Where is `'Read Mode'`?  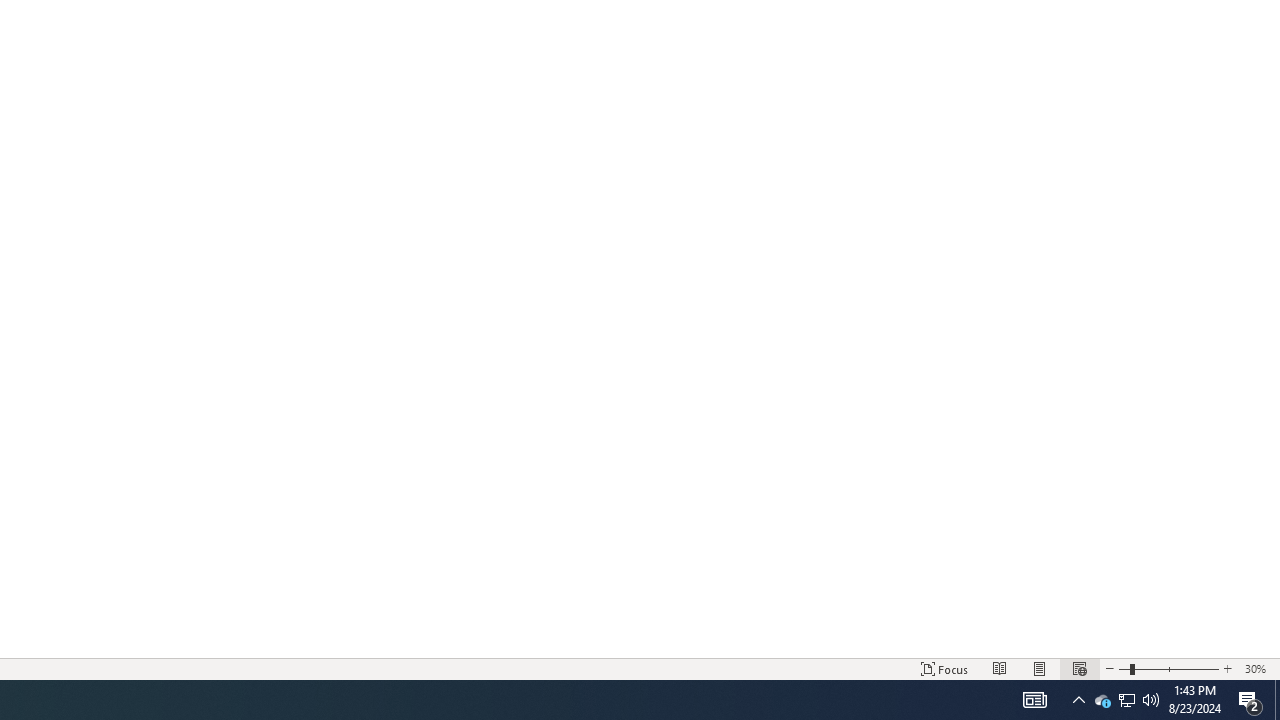 'Read Mode' is located at coordinates (1000, 669).